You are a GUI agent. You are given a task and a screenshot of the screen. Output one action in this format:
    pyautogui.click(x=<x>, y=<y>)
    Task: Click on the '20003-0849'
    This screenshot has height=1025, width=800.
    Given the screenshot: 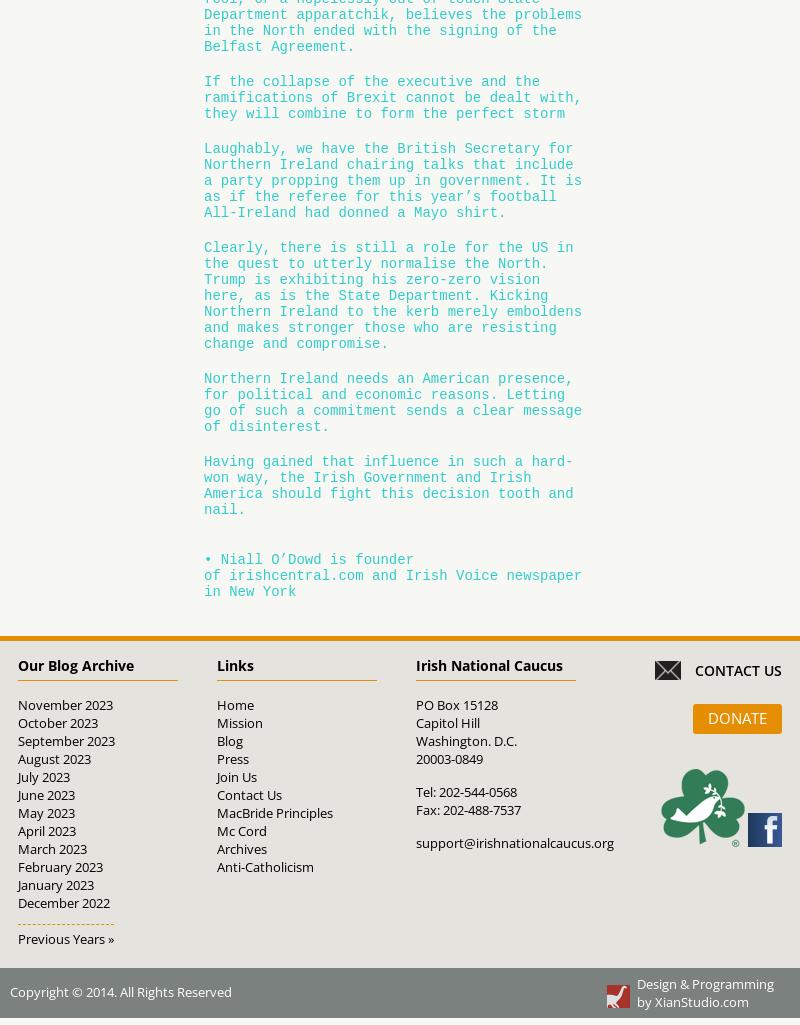 What is the action you would take?
    pyautogui.click(x=447, y=757)
    